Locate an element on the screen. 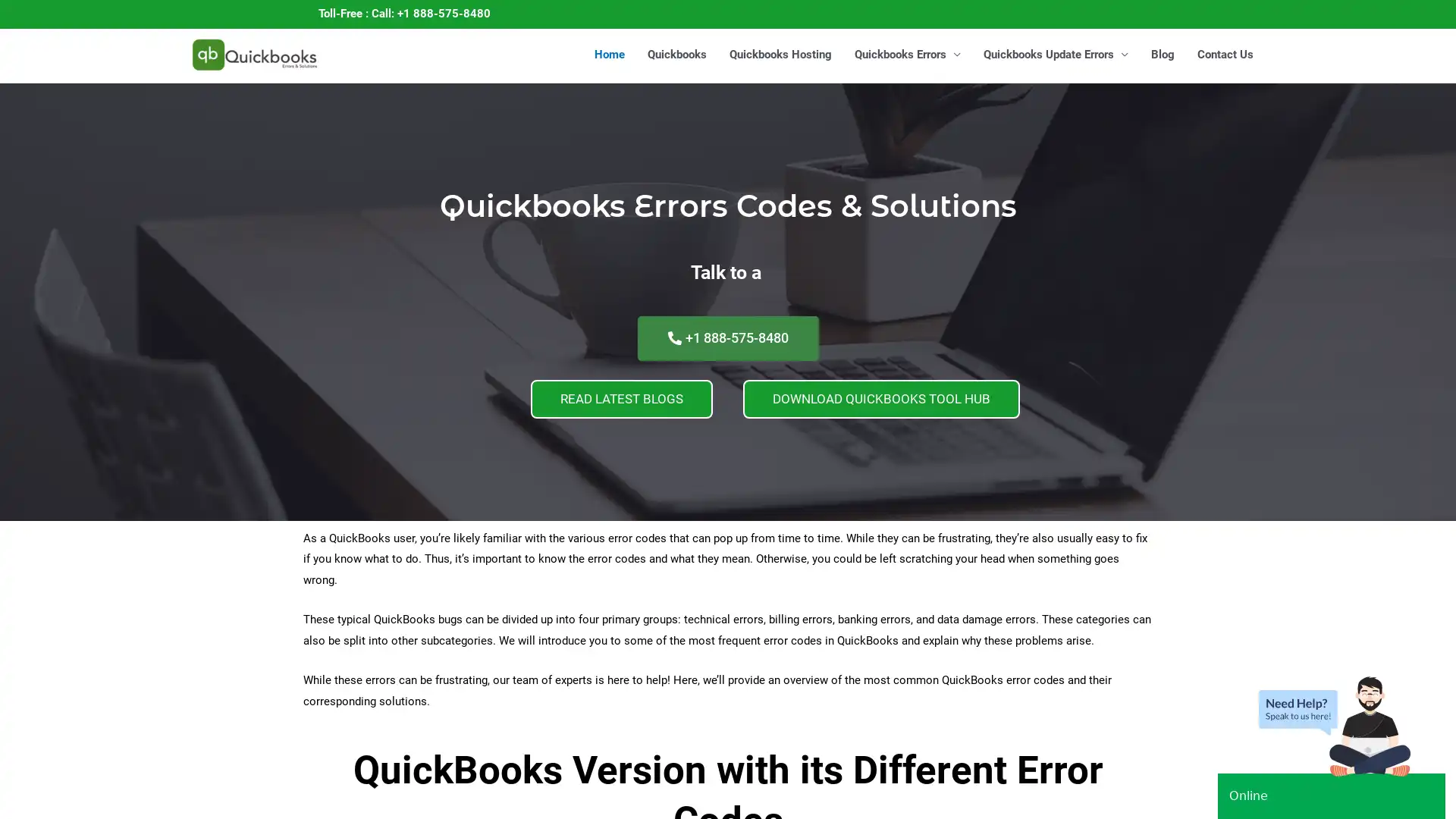 Image resolution: width=1456 pixels, height=819 pixels. +1 888-575-8480 is located at coordinates (726, 337).